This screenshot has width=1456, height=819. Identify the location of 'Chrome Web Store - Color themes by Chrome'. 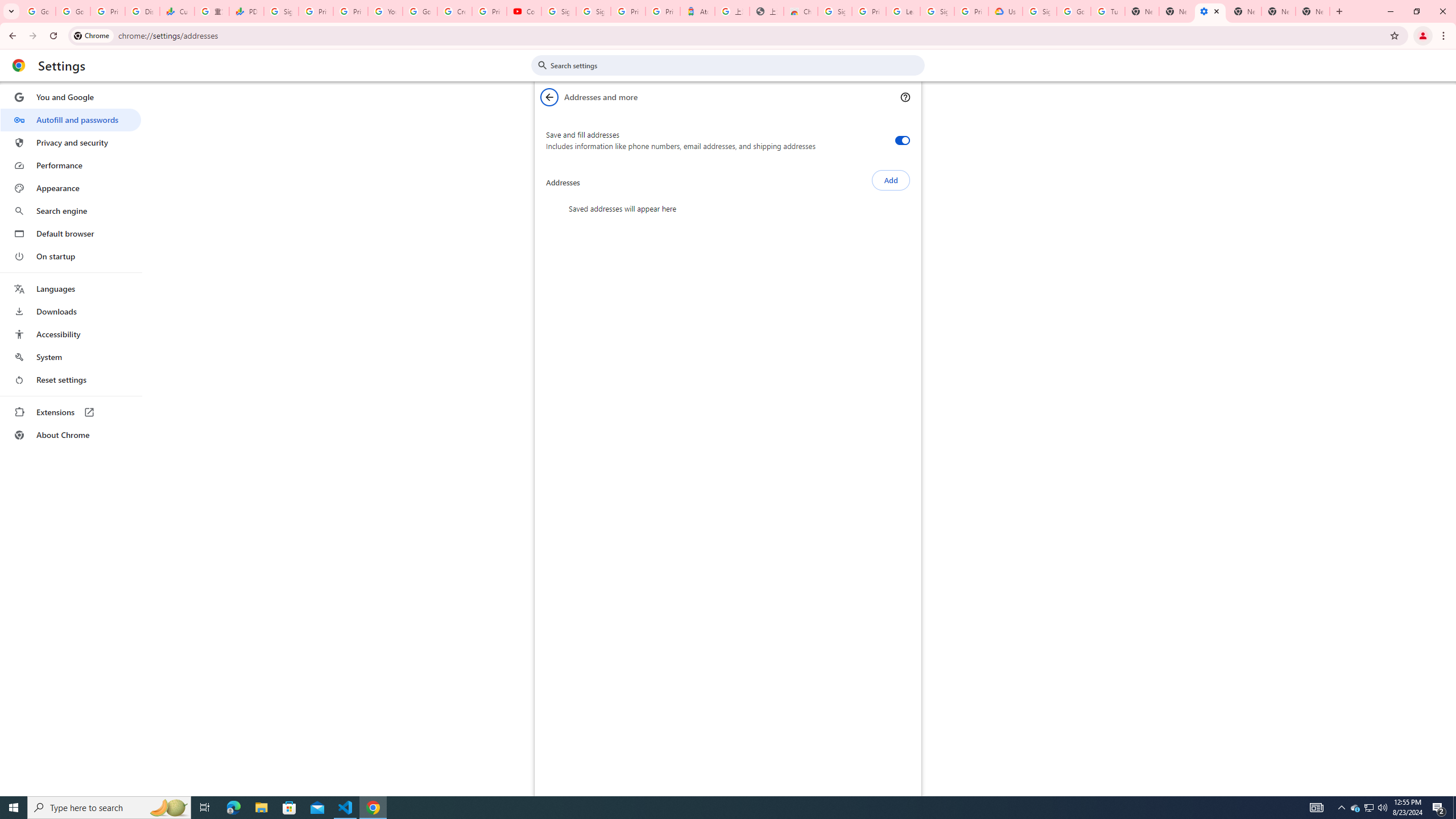
(800, 11).